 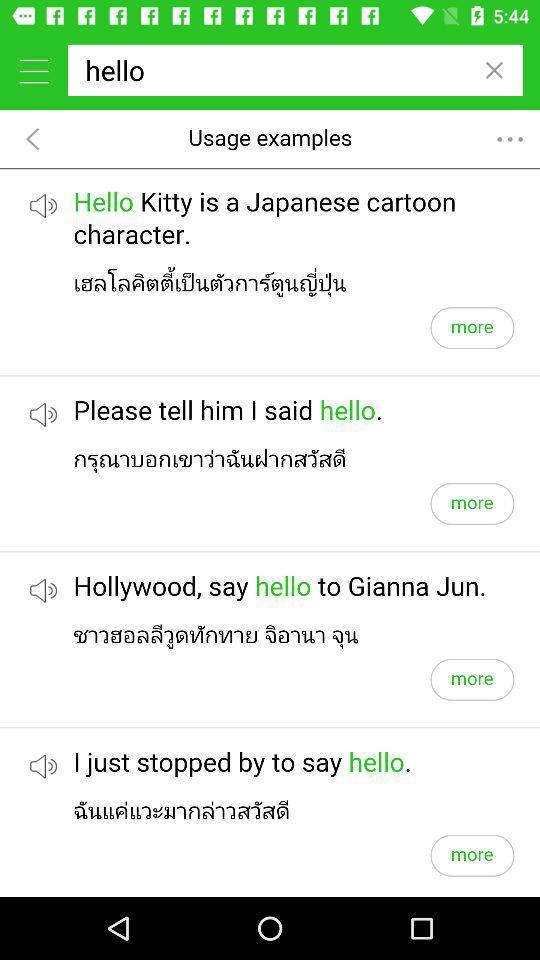 I want to click on list selection, so click(x=33, y=70).